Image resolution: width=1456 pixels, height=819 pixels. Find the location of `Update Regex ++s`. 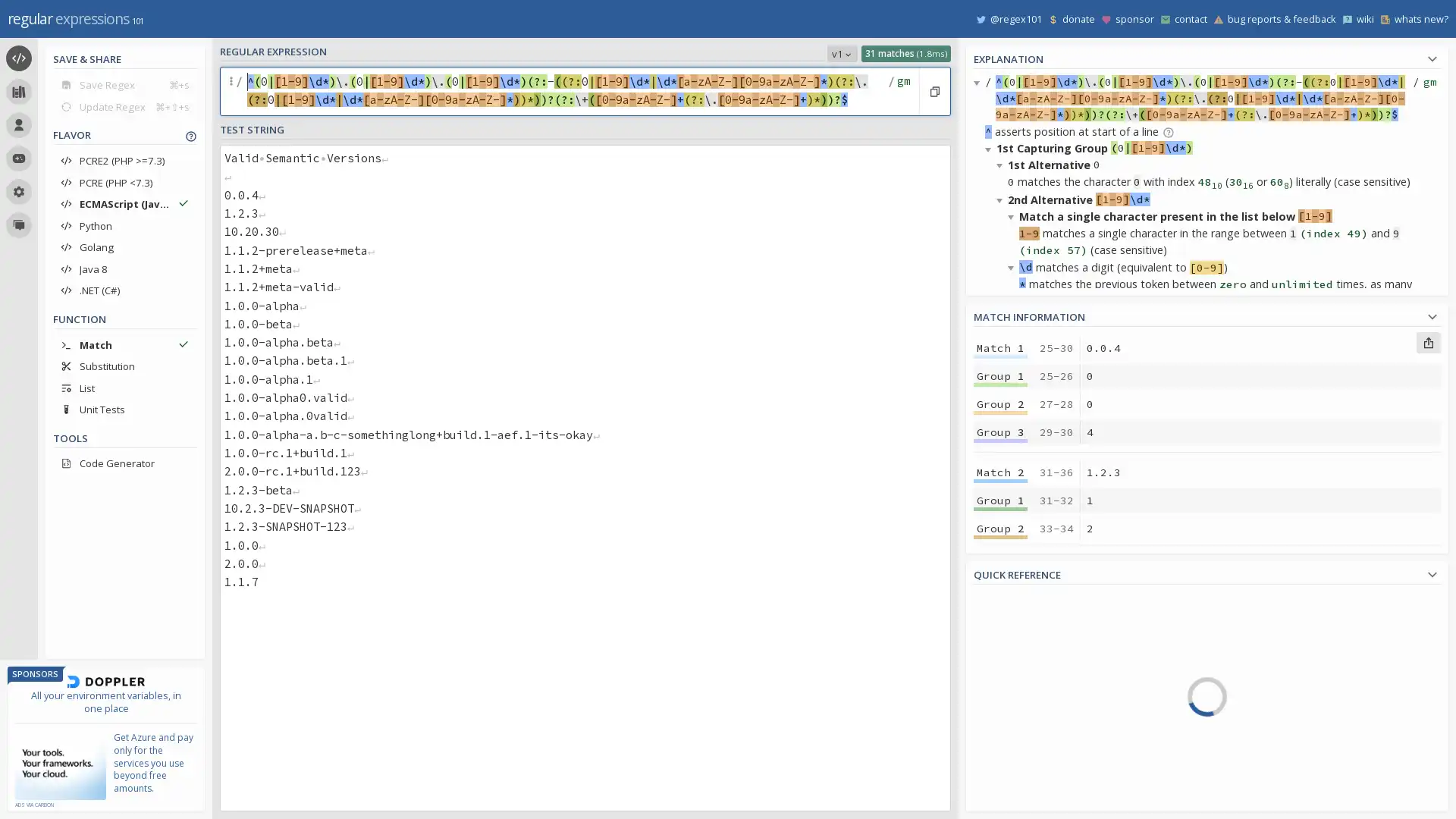

Update Regex ++s is located at coordinates (124, 105).